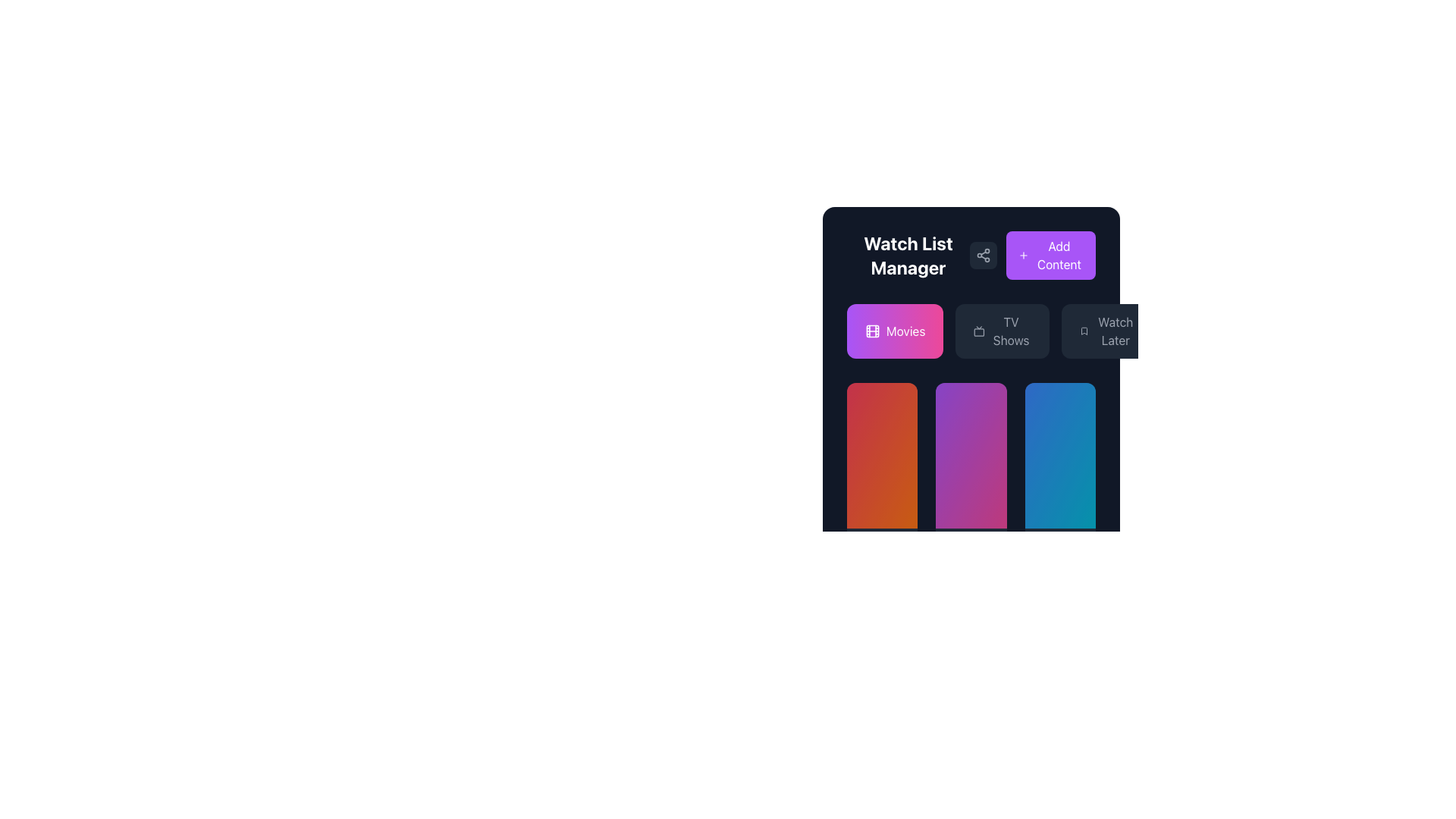  Describe the element at coordinates (905, 330) in the screenshot. I see `the 'Movies' text label within the button, which is displayed in bold white font on a vibrant gradient background transitioning from purple to pink, located under the 'Watch List Manager' header` at that location.